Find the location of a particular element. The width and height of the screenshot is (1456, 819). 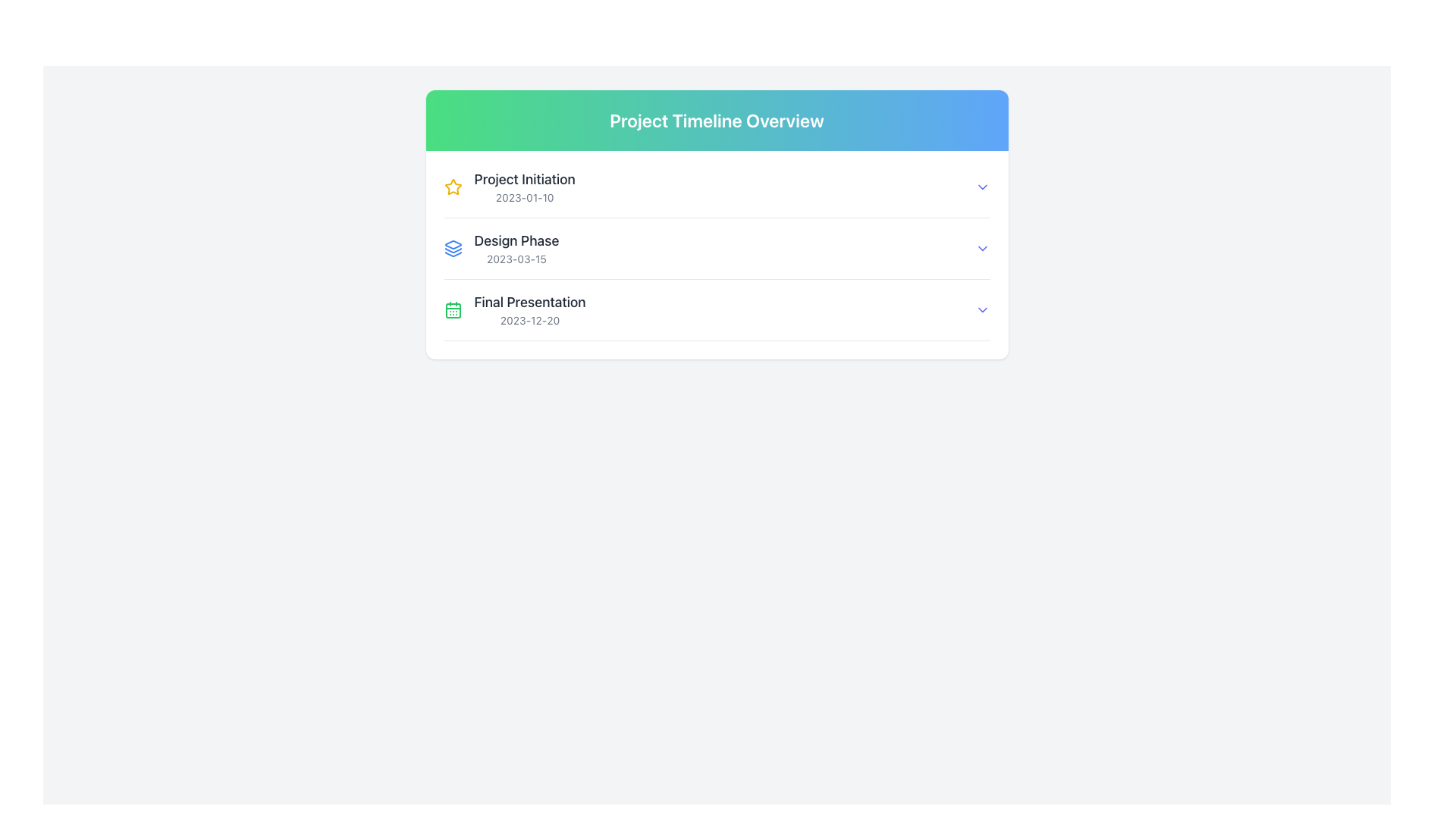

the header text label for the first item in the timeline, which is positioned above the date '2023-01-10' and adjacent to an icon is located at coordinates (525, 178).